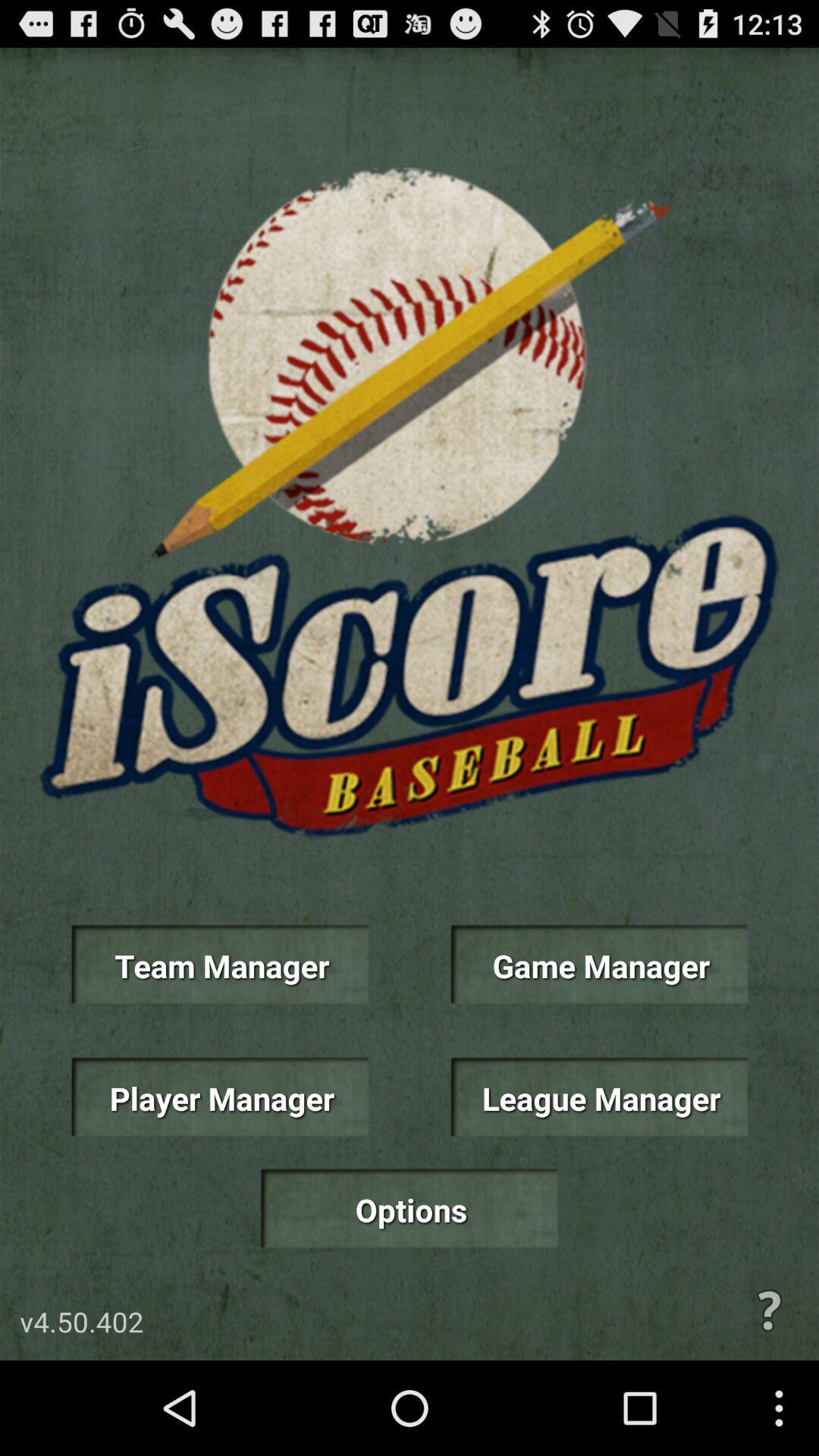 The height and width of the screenshot is (1456, 819). I want to click on the button above the options icon, so click(219, 1097).